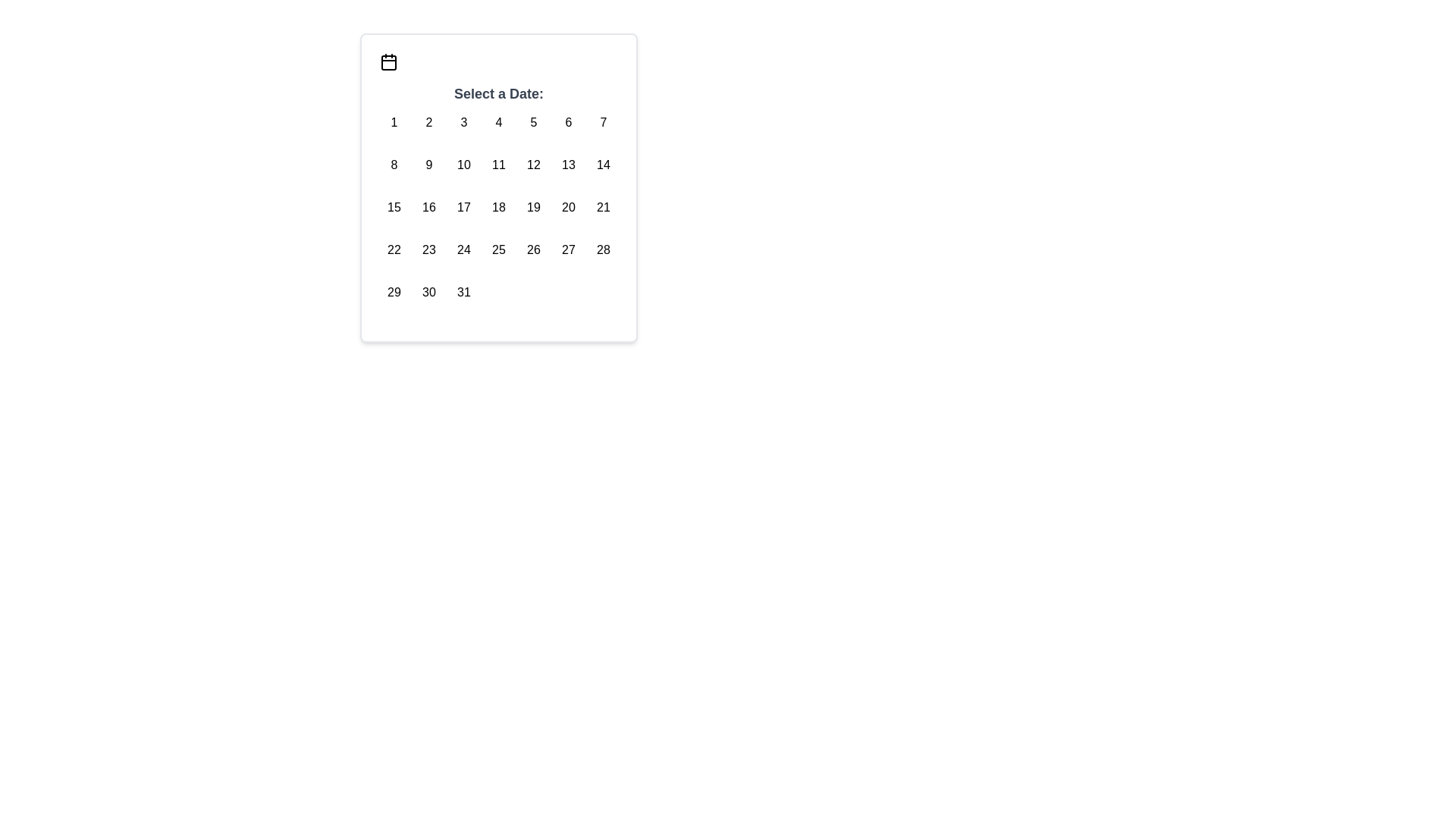 The height and width of the screenshot is (819, 1456). What do you see at coordinates (394, 165) in the screenshot?
I see `the rounded button labeled '8' in the second row of the calendar grid` at bounding box center [394, 165].